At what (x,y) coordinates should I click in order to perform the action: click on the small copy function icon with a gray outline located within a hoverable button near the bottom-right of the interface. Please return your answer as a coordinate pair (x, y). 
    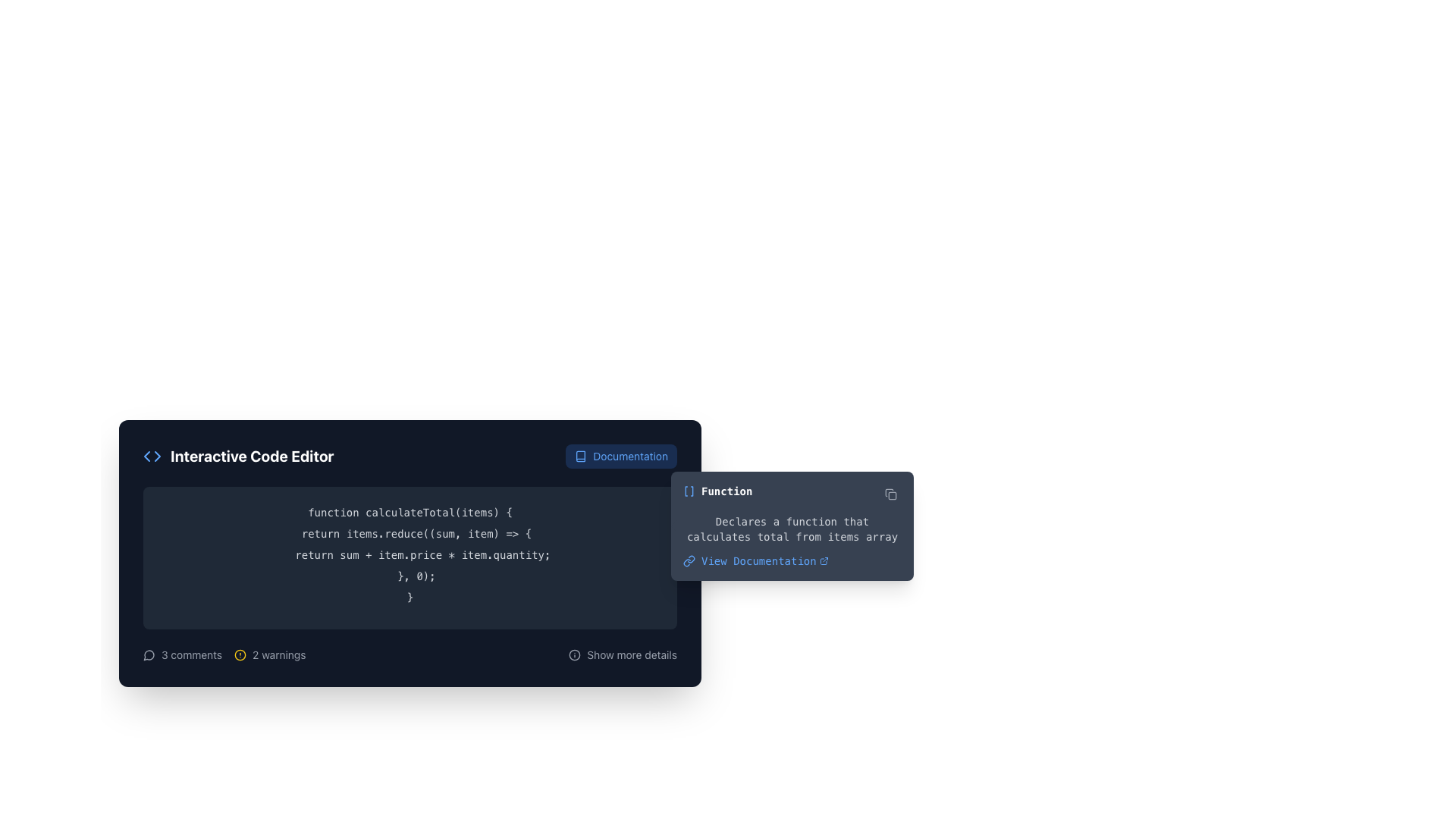
    Looking at the image, I should click on (891, 494).